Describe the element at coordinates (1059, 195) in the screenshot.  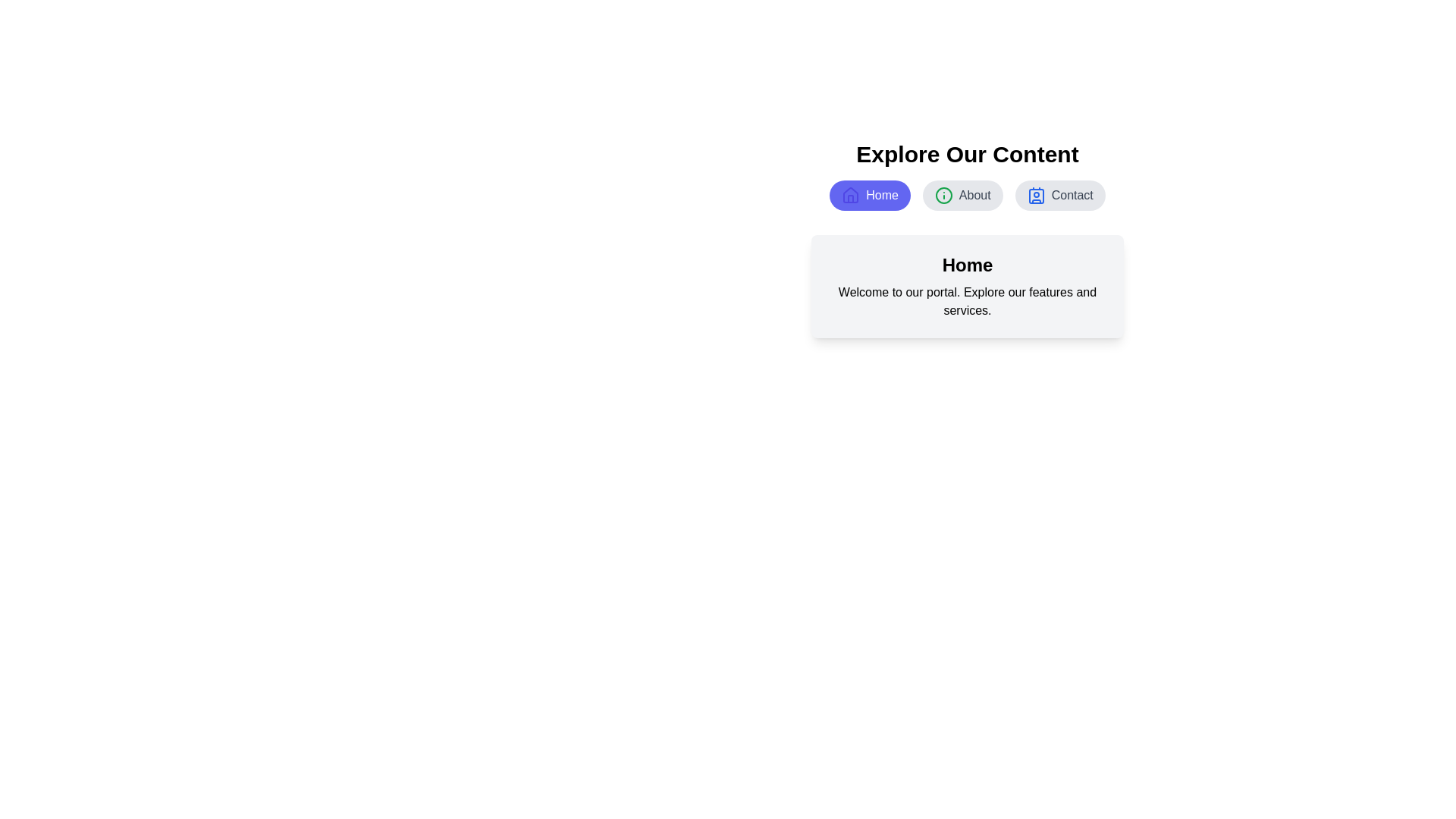
I see `the Contact tab by clicking its button` at that location.